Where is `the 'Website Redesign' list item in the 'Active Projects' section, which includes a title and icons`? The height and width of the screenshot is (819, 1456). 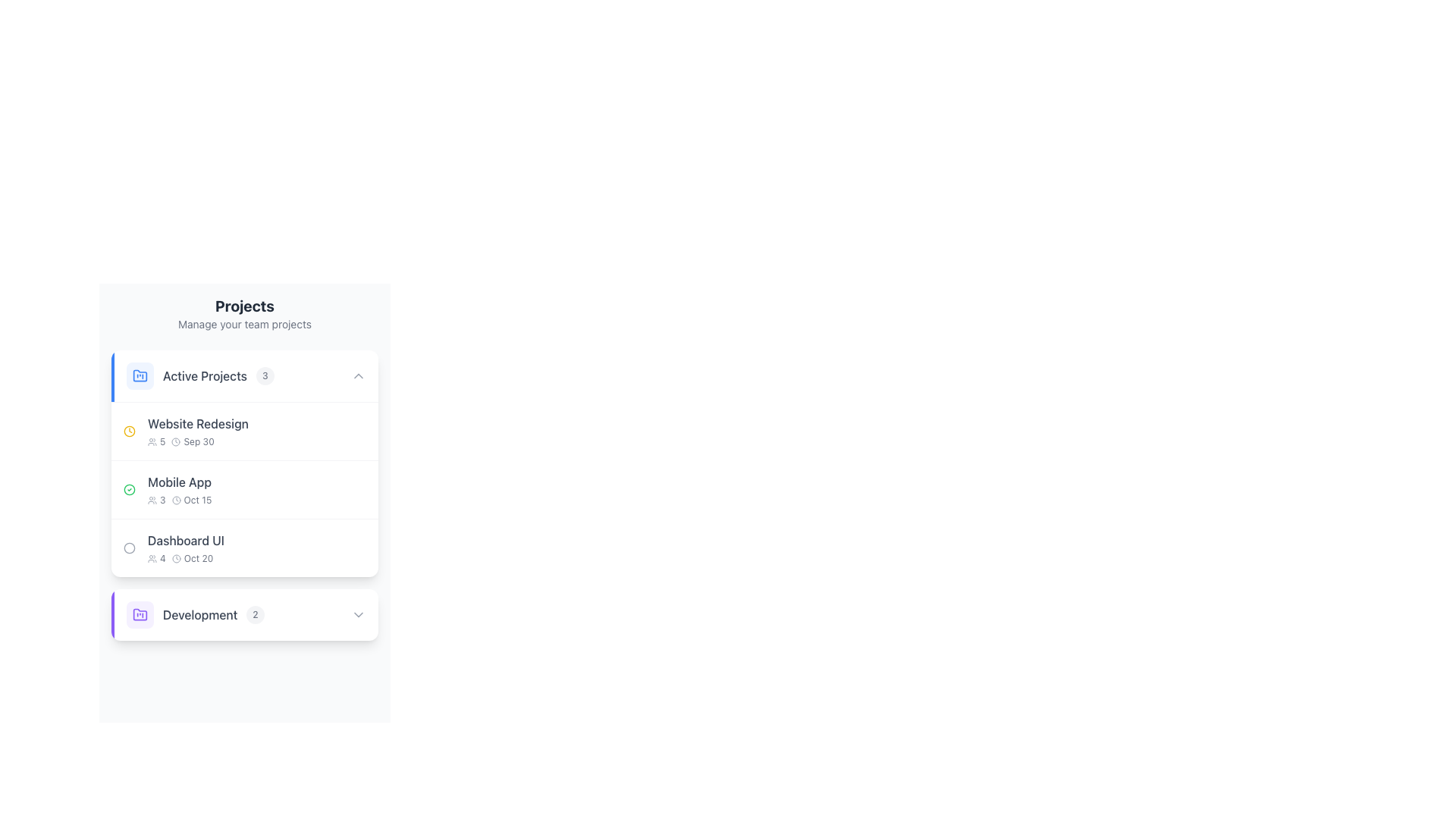 the 'Website Redesign' list item in the 'Active Projects' section, which includes a title and icons is located at coordinates (197, 431).